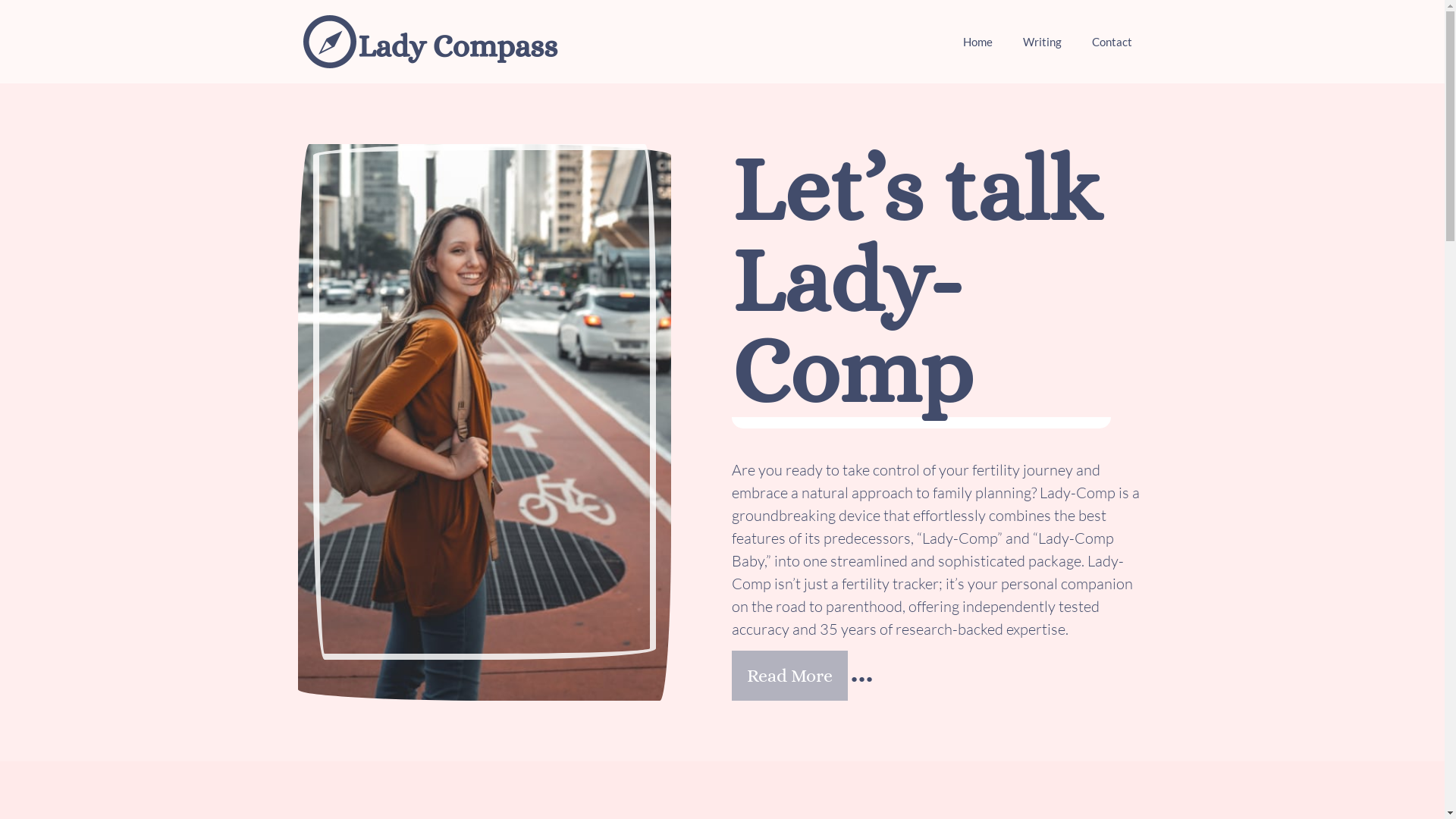 The image size is (1456, 819). What do you see at coordinates (789, 675) in the screenshot?
I see `'Read More'` at bounding box center [789, 675].